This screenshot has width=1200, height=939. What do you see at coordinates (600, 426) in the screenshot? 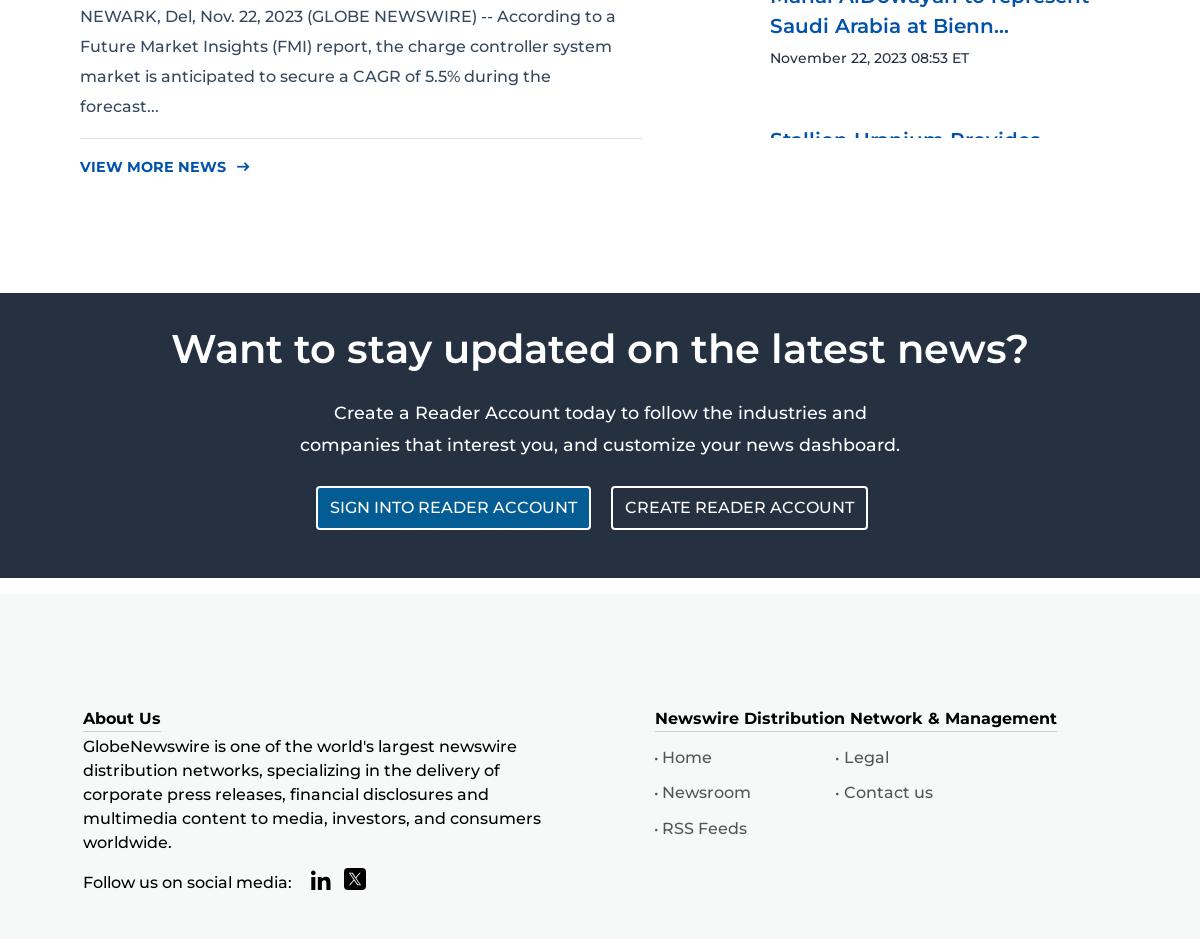
I see `'Create a Reader Account today to follow the industries and companies that interest you, and customize your news dashboard.'` at bounding box center [600, 426].